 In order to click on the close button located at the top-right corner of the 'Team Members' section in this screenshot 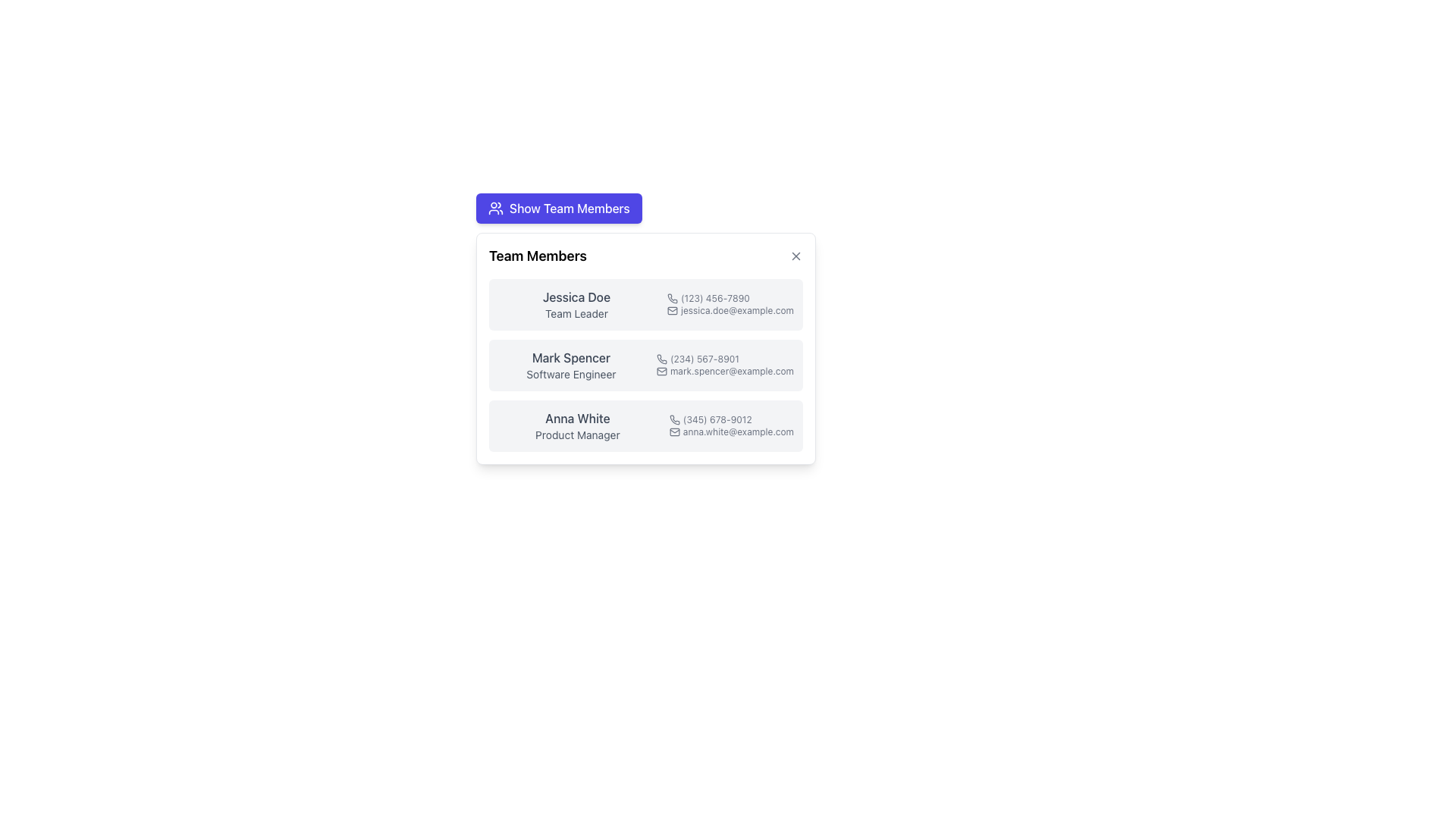, I will do `click(795, 256)`.